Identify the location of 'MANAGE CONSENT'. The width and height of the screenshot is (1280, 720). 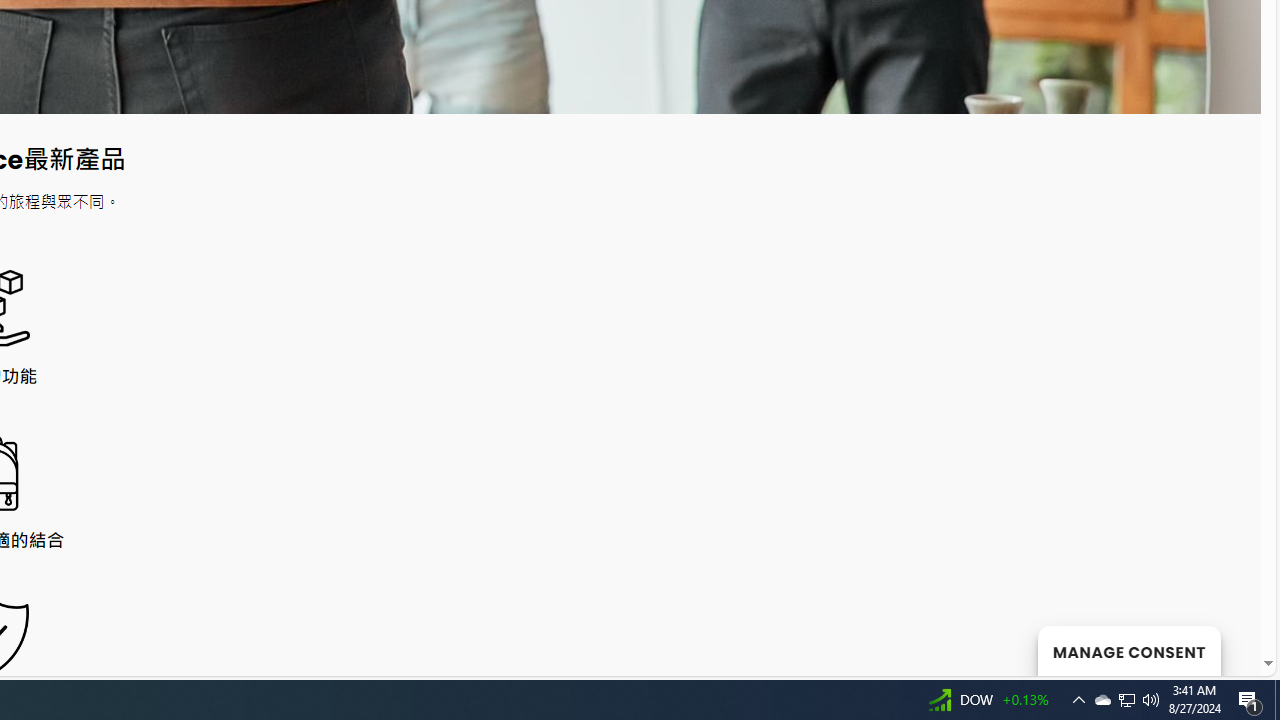
(1128, 650).